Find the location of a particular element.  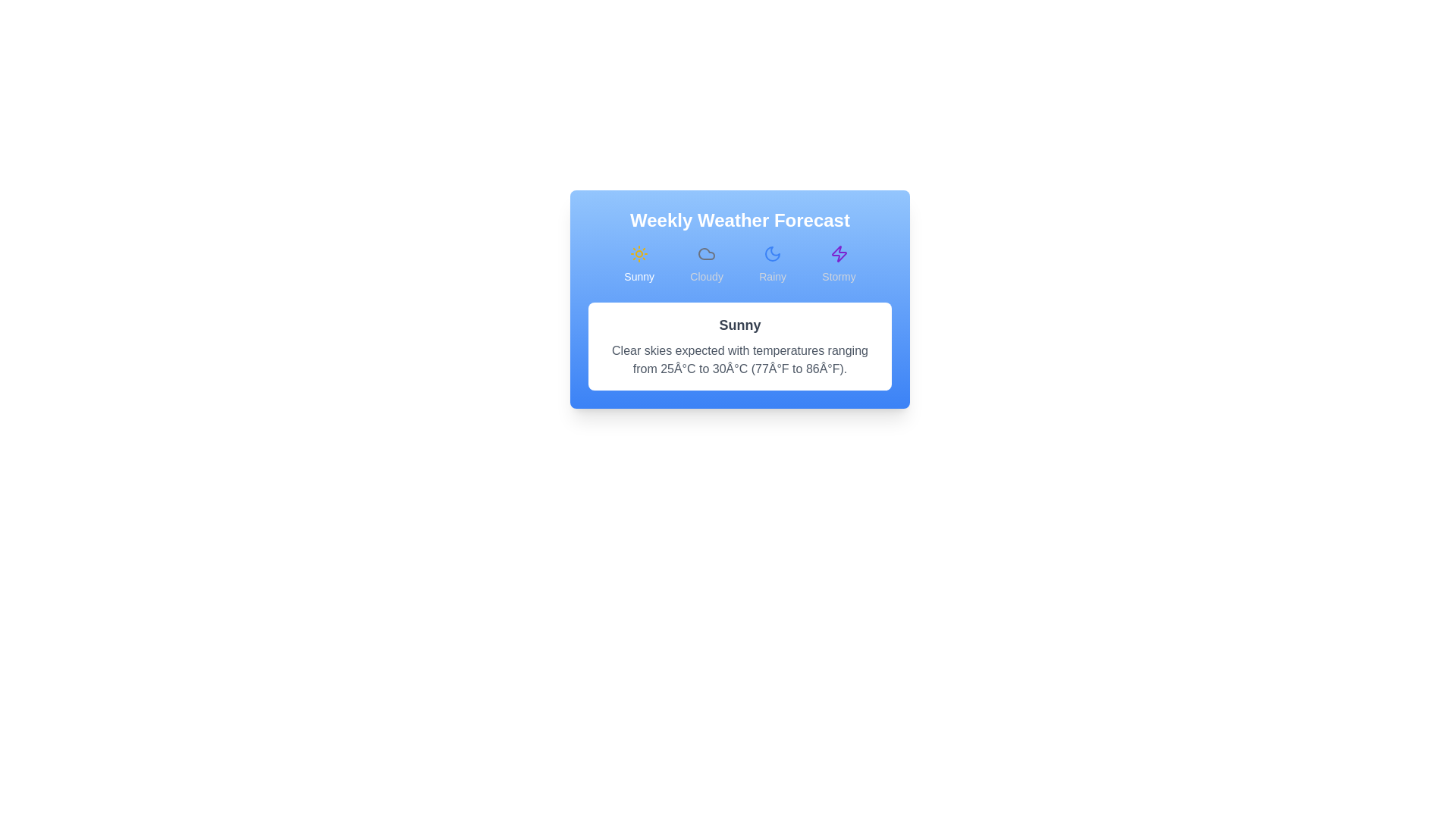

the weather tab labeled Rainy to view its details is located at coordinates (772, 263).